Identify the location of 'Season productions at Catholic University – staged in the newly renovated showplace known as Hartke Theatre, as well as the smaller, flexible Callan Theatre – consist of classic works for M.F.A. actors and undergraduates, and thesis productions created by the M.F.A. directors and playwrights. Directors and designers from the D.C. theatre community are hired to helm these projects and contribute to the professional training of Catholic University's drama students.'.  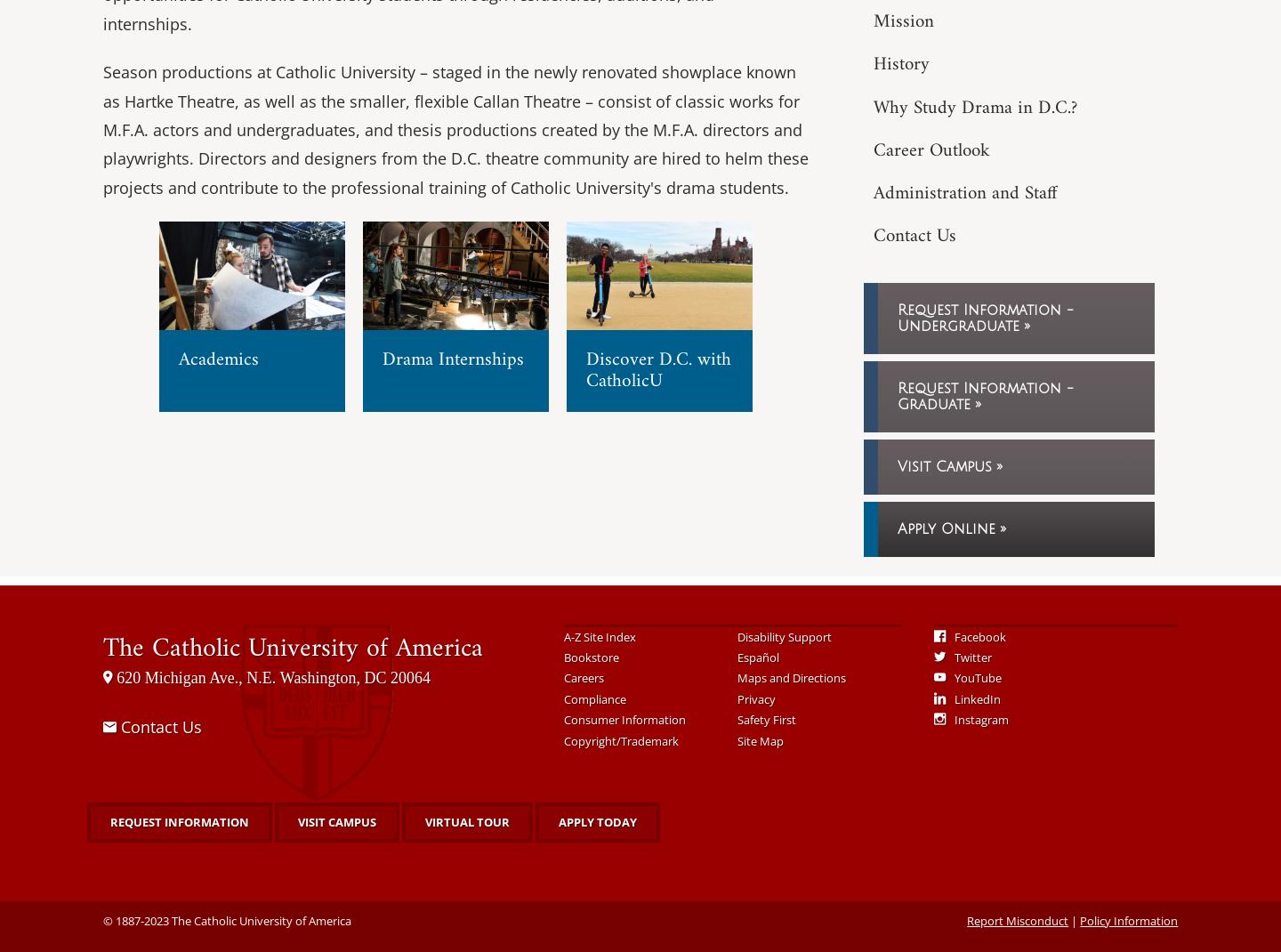
(454, 129).